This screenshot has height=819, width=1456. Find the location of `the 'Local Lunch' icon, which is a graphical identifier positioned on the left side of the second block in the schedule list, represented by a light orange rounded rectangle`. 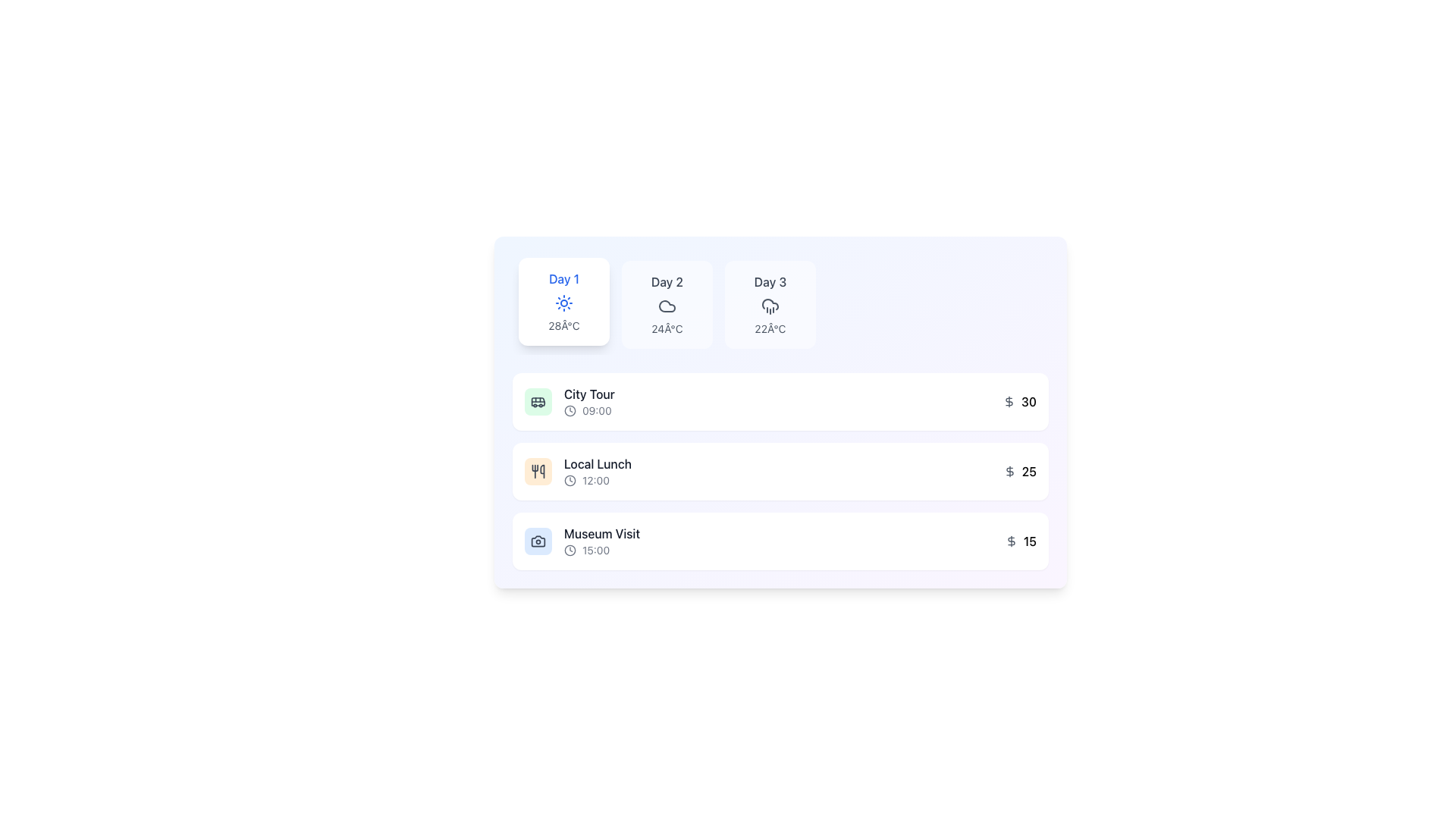

the 'Local Lunch' icon, which is a graphical identifier positioned on the left side of the second block in the schedule list, represented by a light orange rounded rectangle is located at coordinates (538, 470).